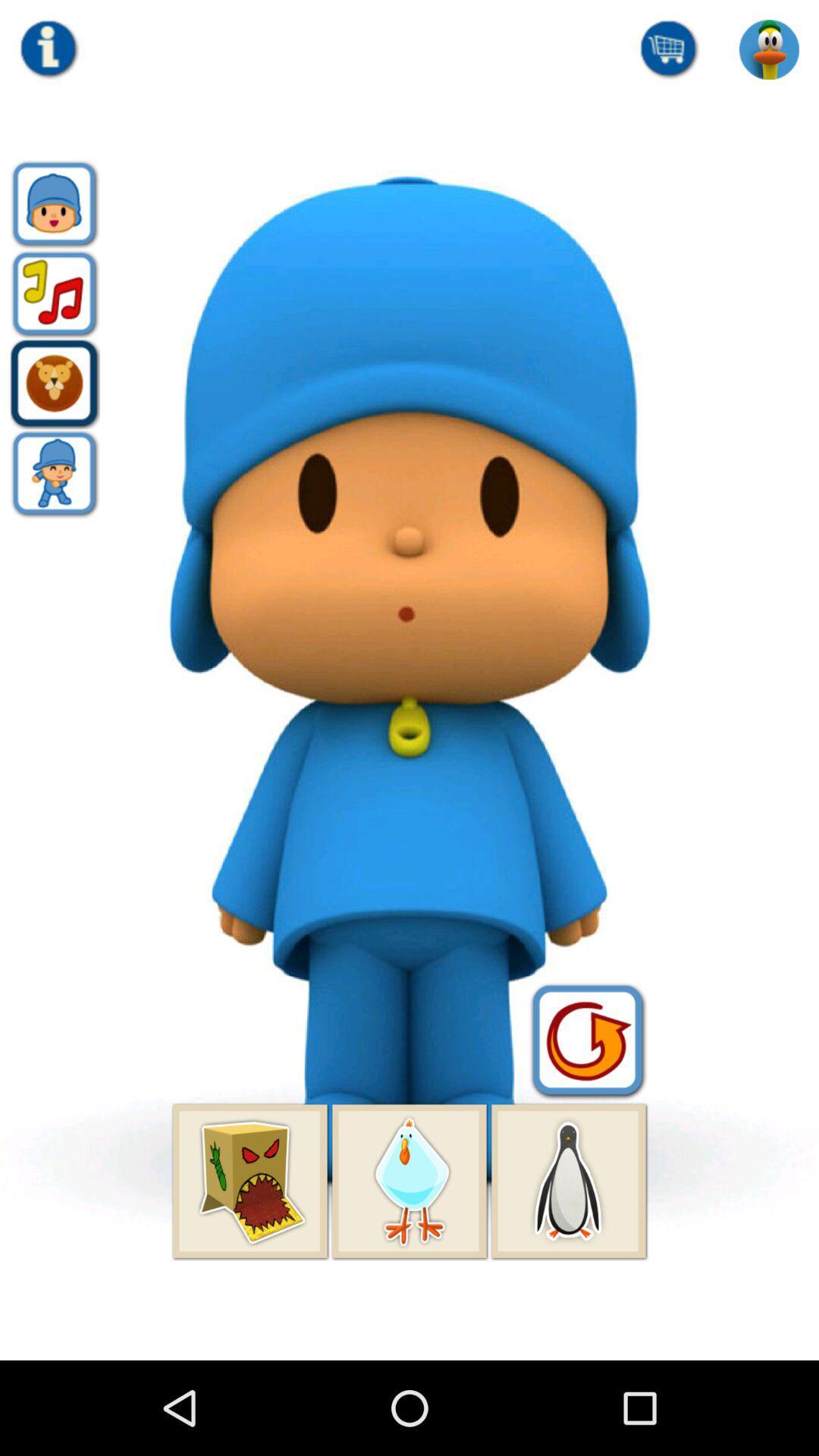 Image resolution: width=819 pixels, height=1456 pixels. Describe the element at coordinates (49, 53) in the screenshot. I see `the info icon` at that location.